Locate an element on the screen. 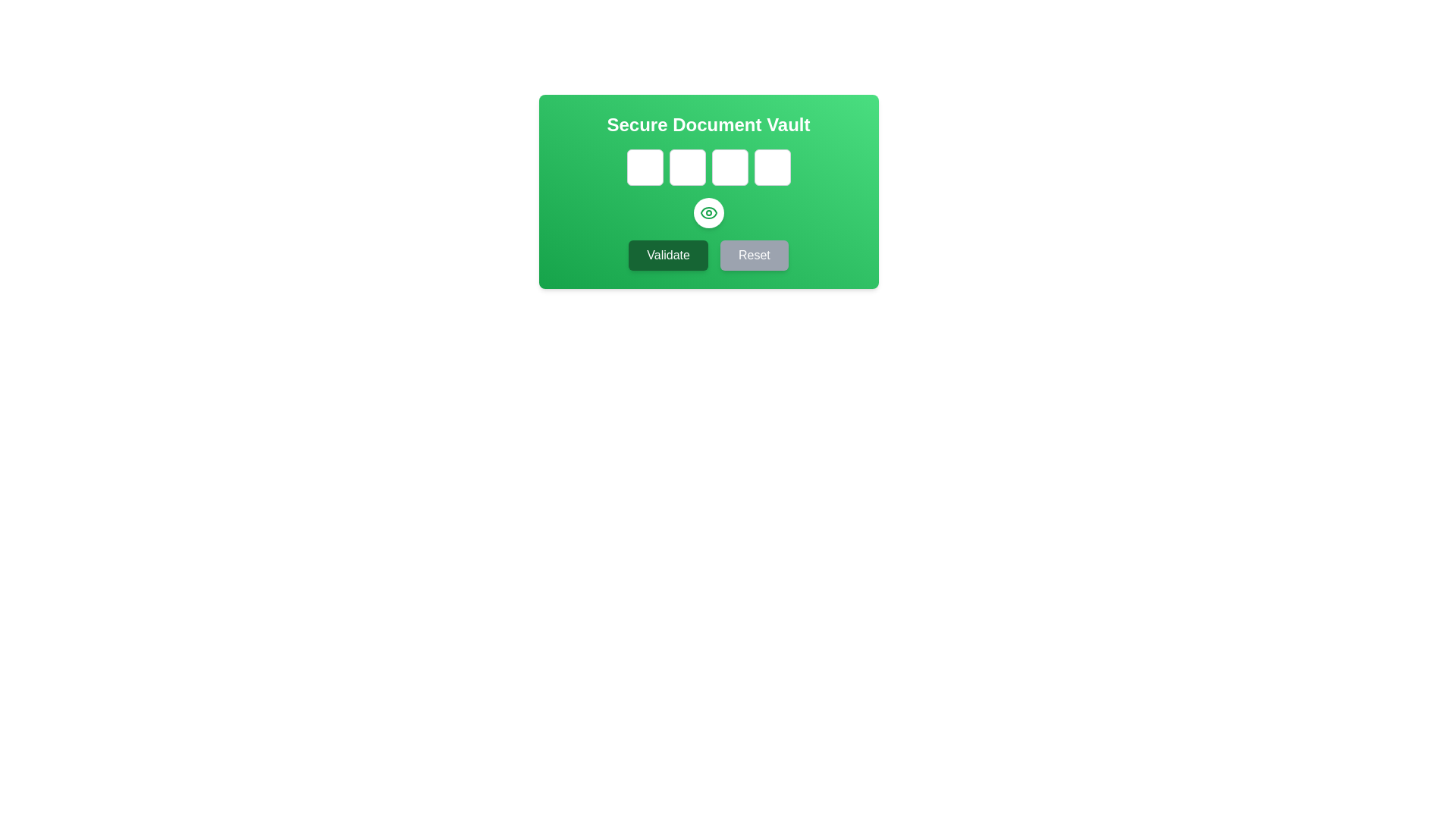  the visibility toggle button located centrally within the green gradient box labeled 'Secure Document Vault' is located at coordinates (708, 191).